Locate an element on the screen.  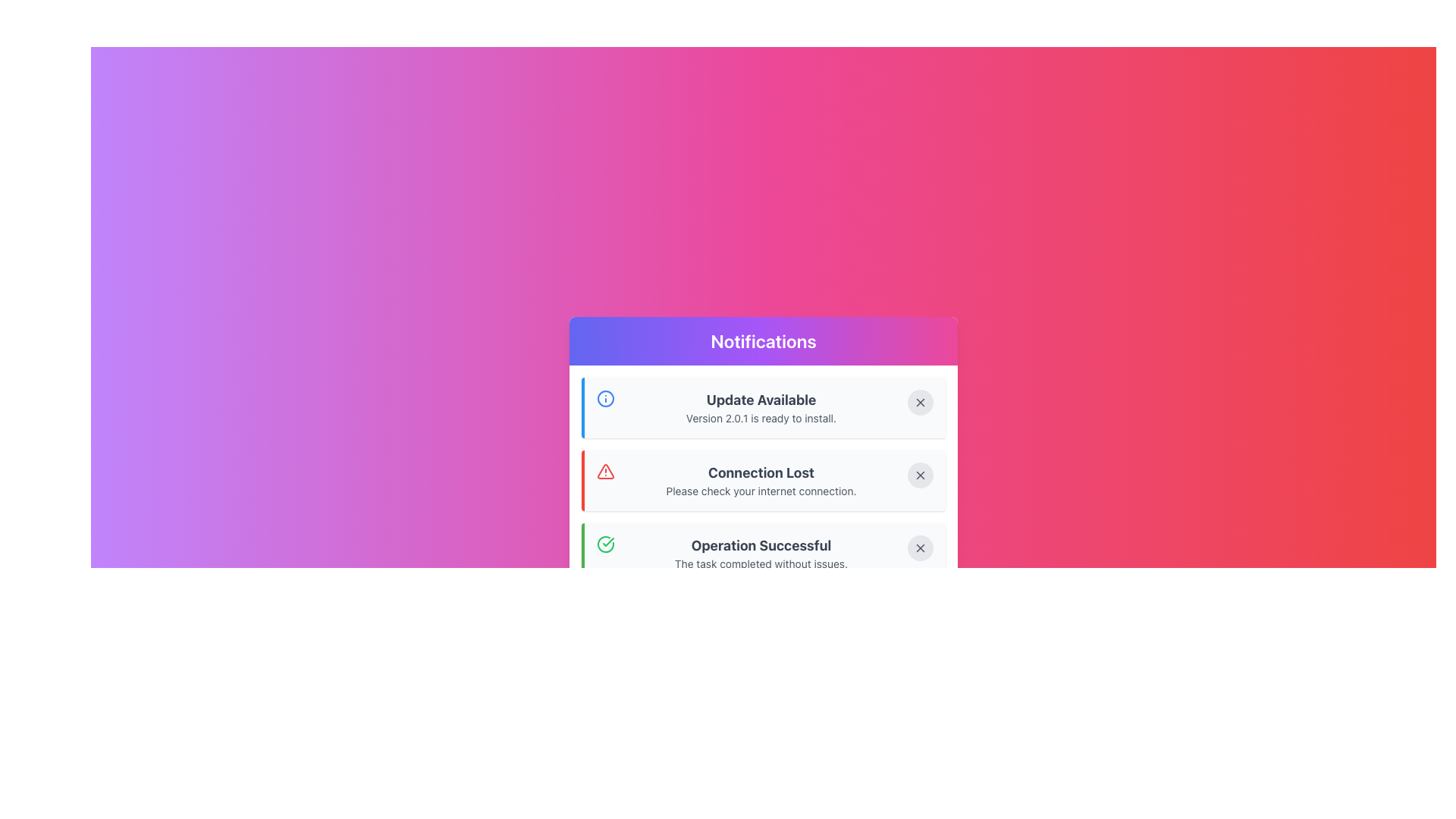
the close icon in the top-right corner of the 'Update Available' notification is located at coordinates (920, 402).